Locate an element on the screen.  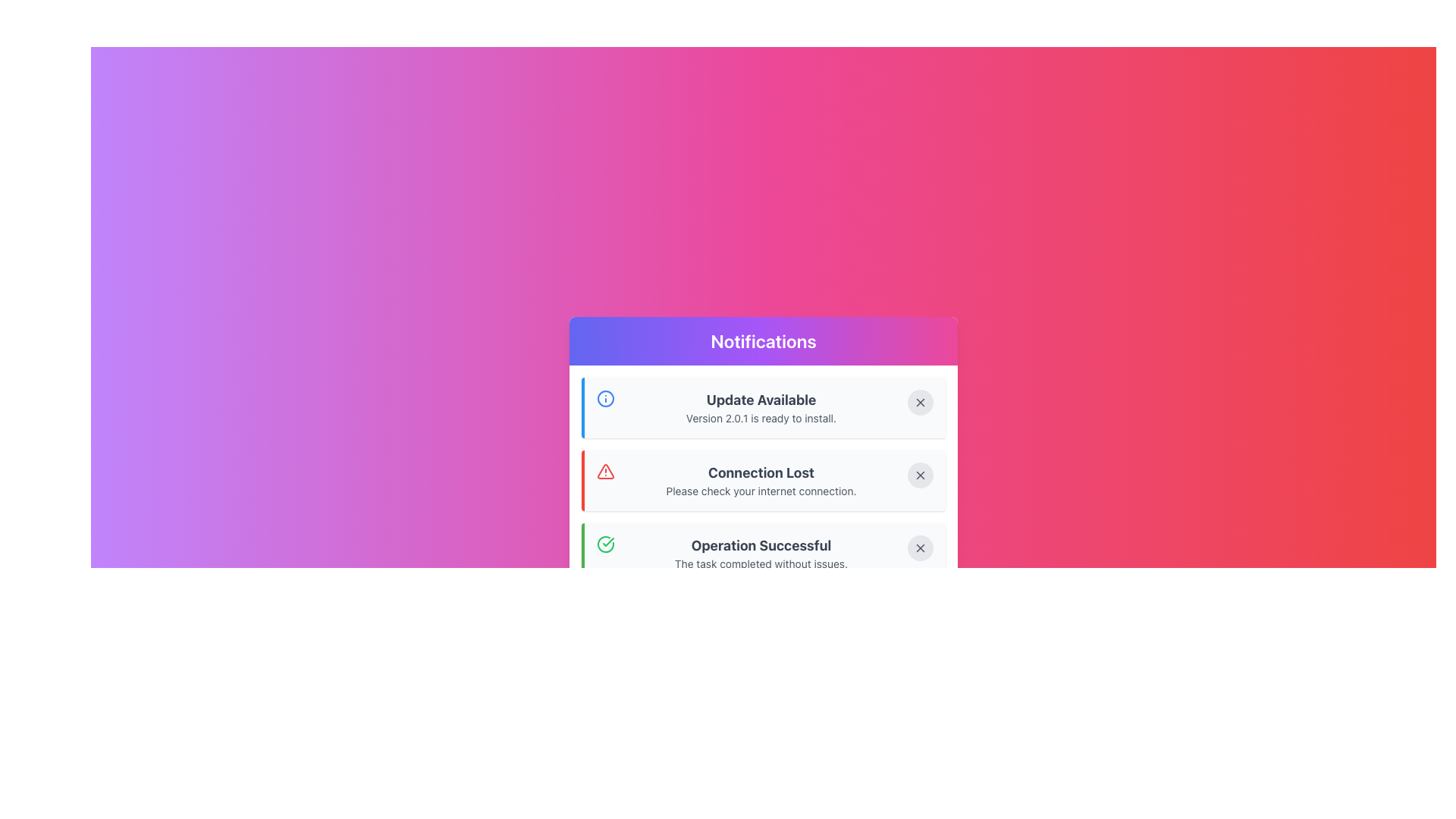
the close icon in the top-right corner of the 'Update Available' notification is located at coordinates (920, 402).